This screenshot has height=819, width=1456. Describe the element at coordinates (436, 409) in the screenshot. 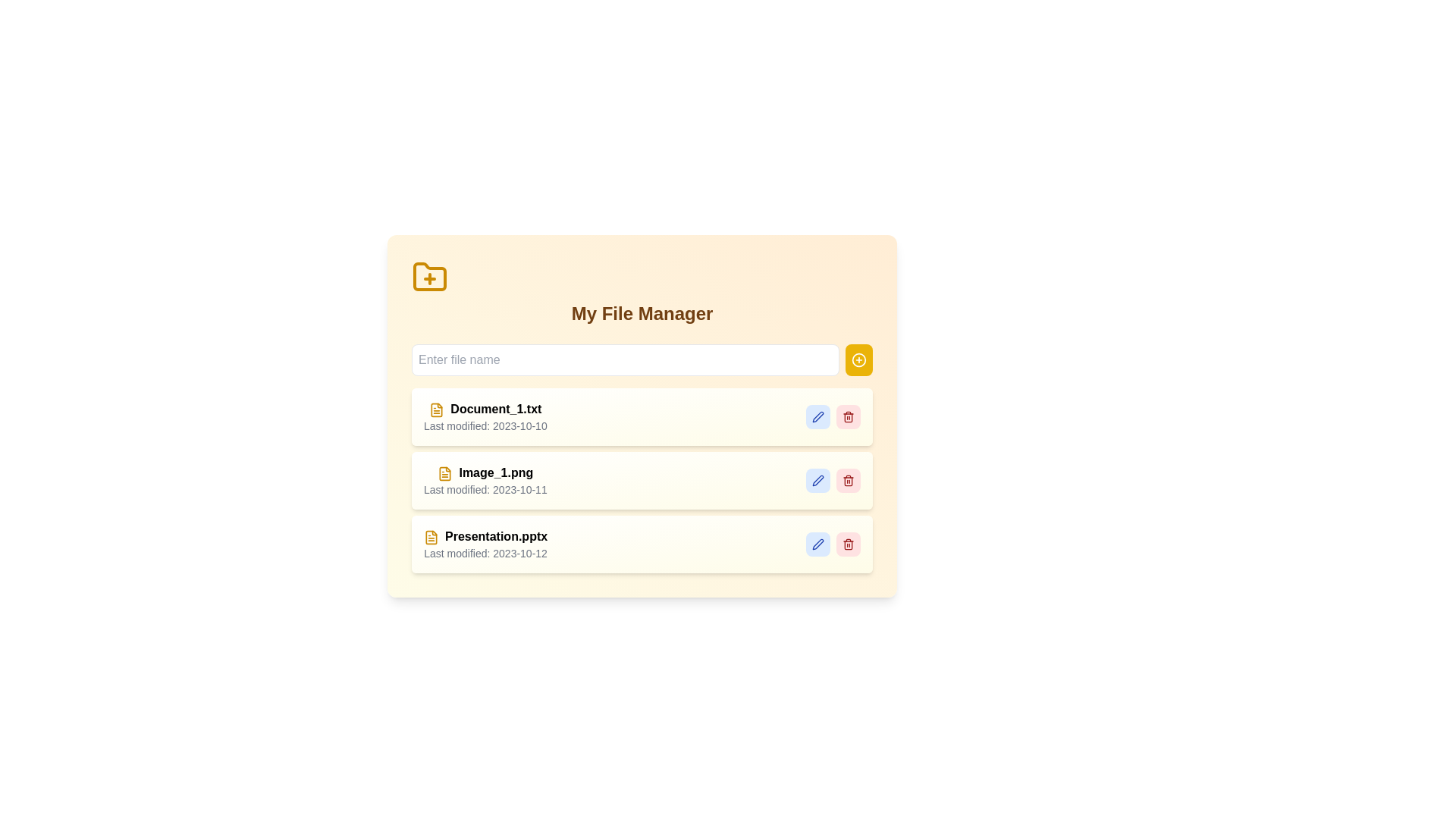

I see `the yellow document icon representing 'Document_1.txt', which is the first element in the file manager interface` at that location.